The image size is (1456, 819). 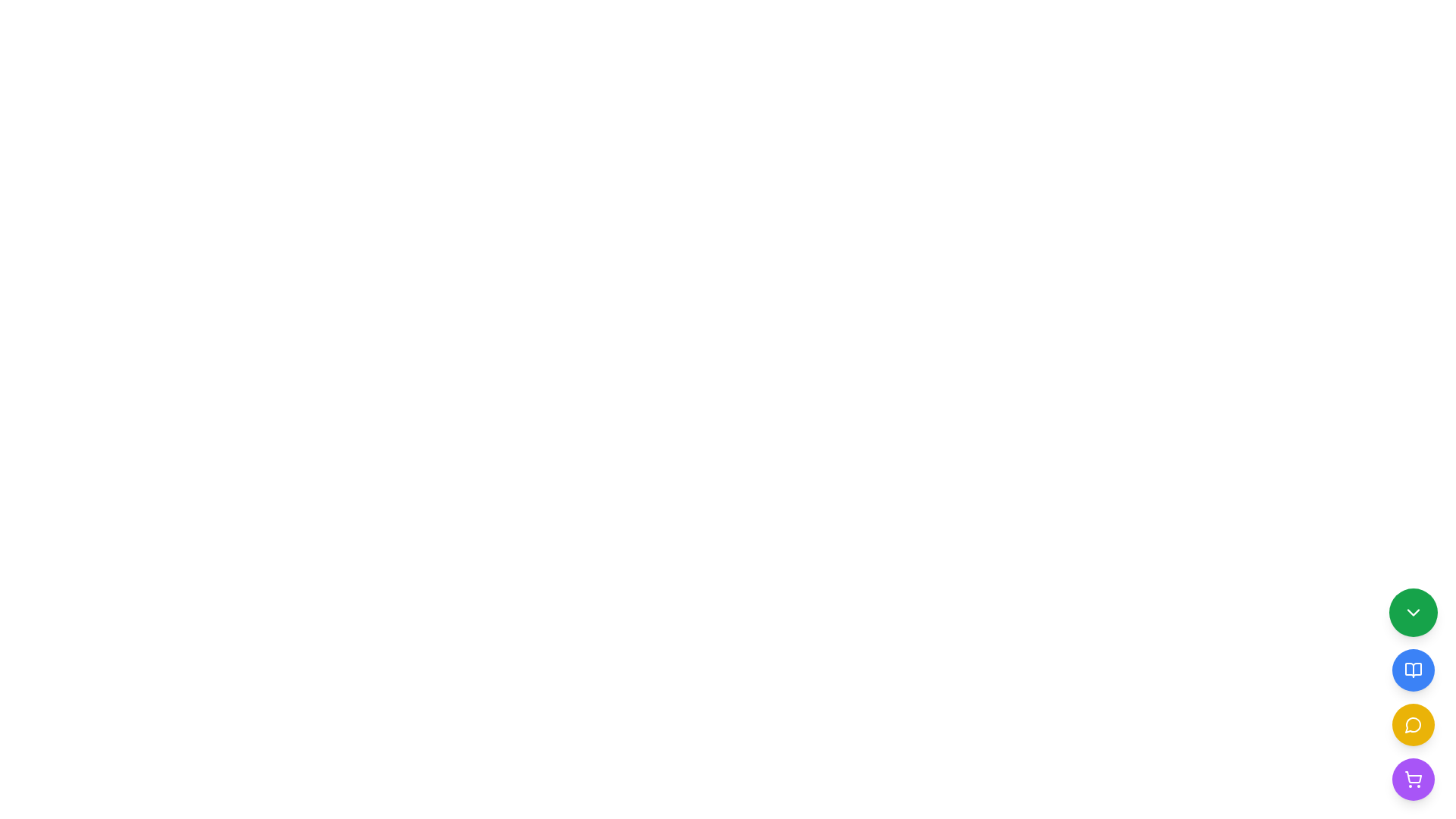 What do you see at coordinates (1412, 611) in the screenshot?
I see `the icon located at the center of the green circular button at the top of the vertical stack of buttons` at bounding box center [1412, 611].